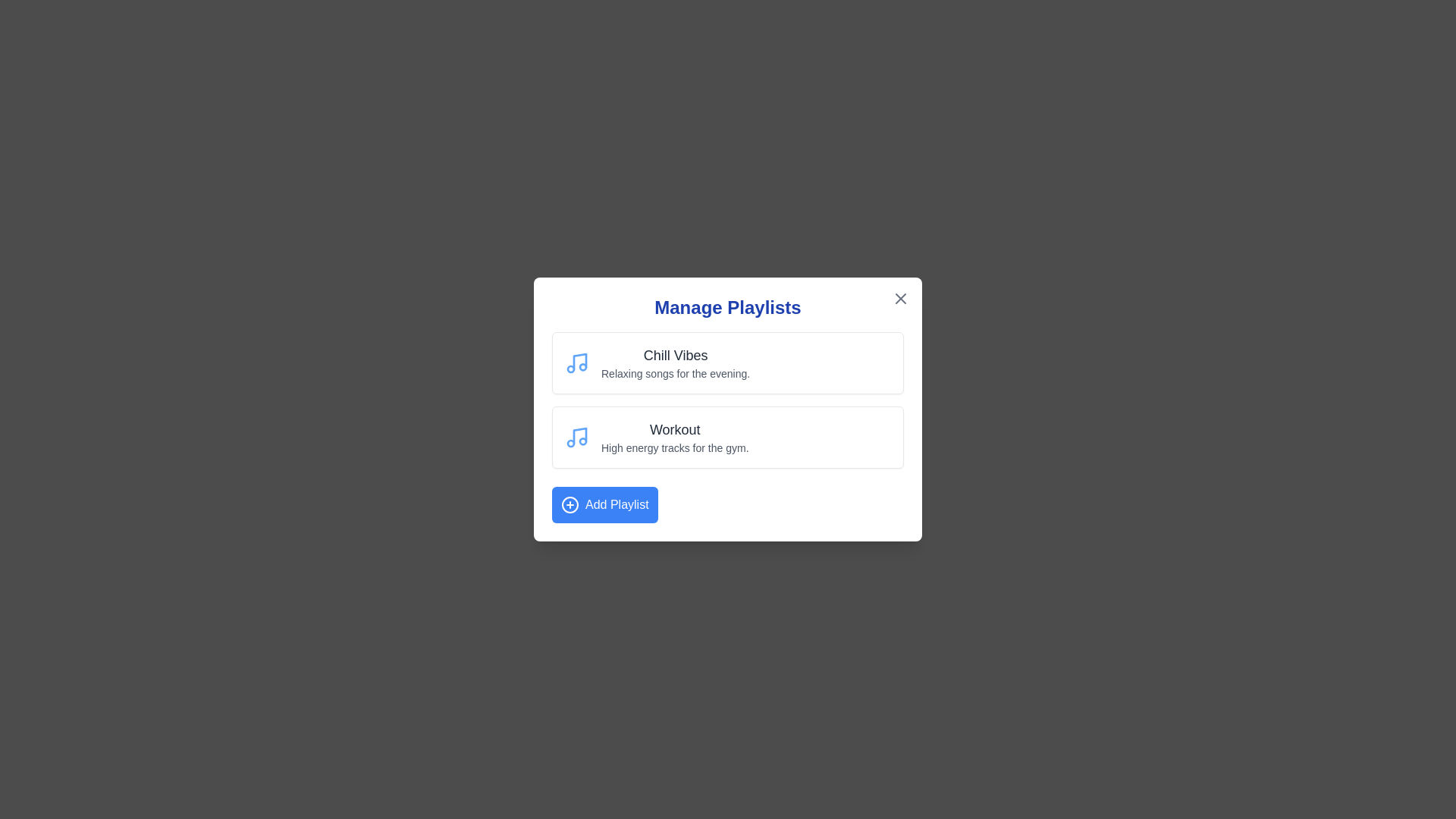 The width and height of the screenshot is (1456, 819). Describe the element at coordinates (901, 298) in the screenshot. I see `the close button located at the top-right corner of the modal window` at that location.